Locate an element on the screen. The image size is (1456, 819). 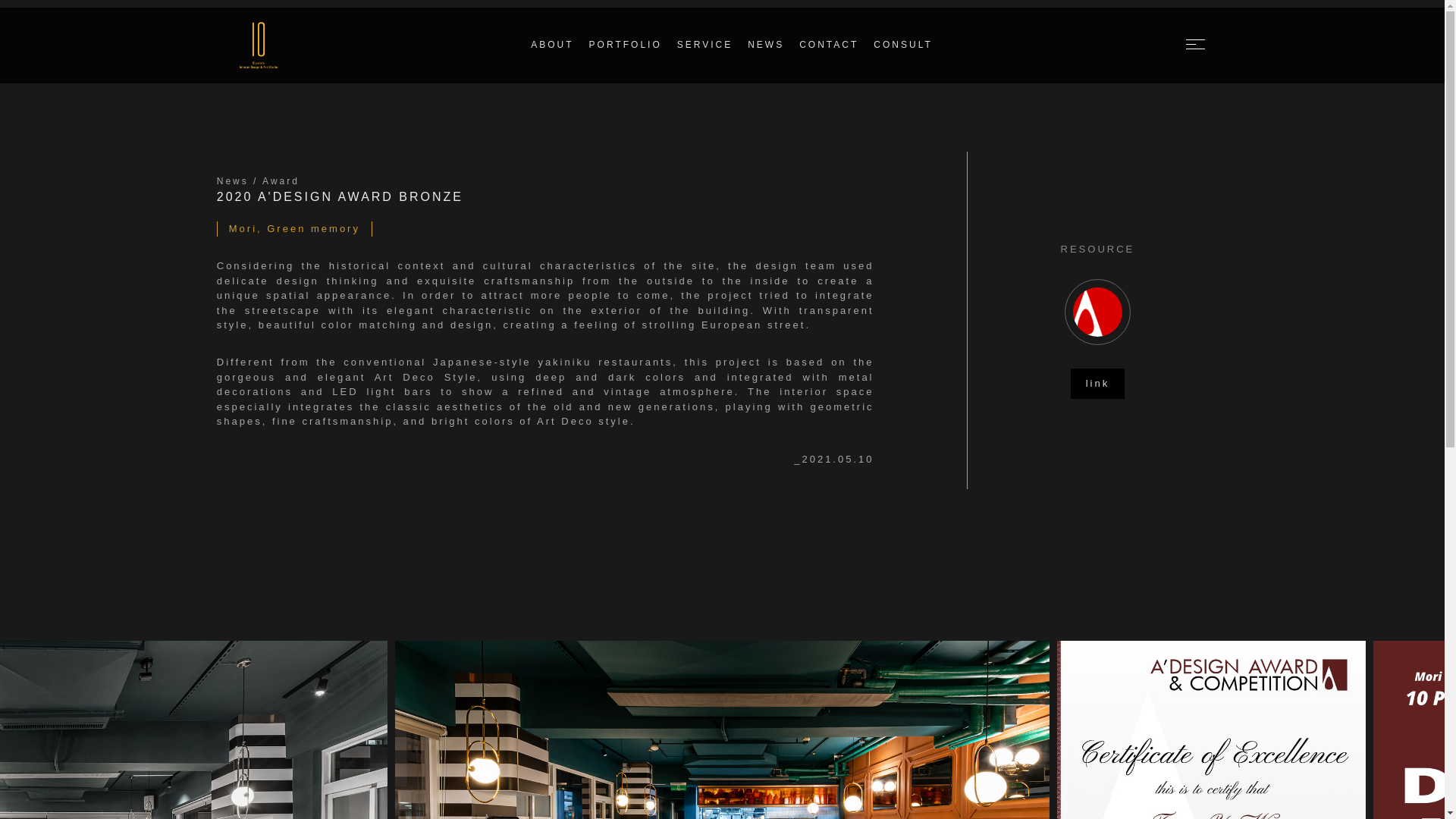
'NEWS' is located at coordinates (765, 51).